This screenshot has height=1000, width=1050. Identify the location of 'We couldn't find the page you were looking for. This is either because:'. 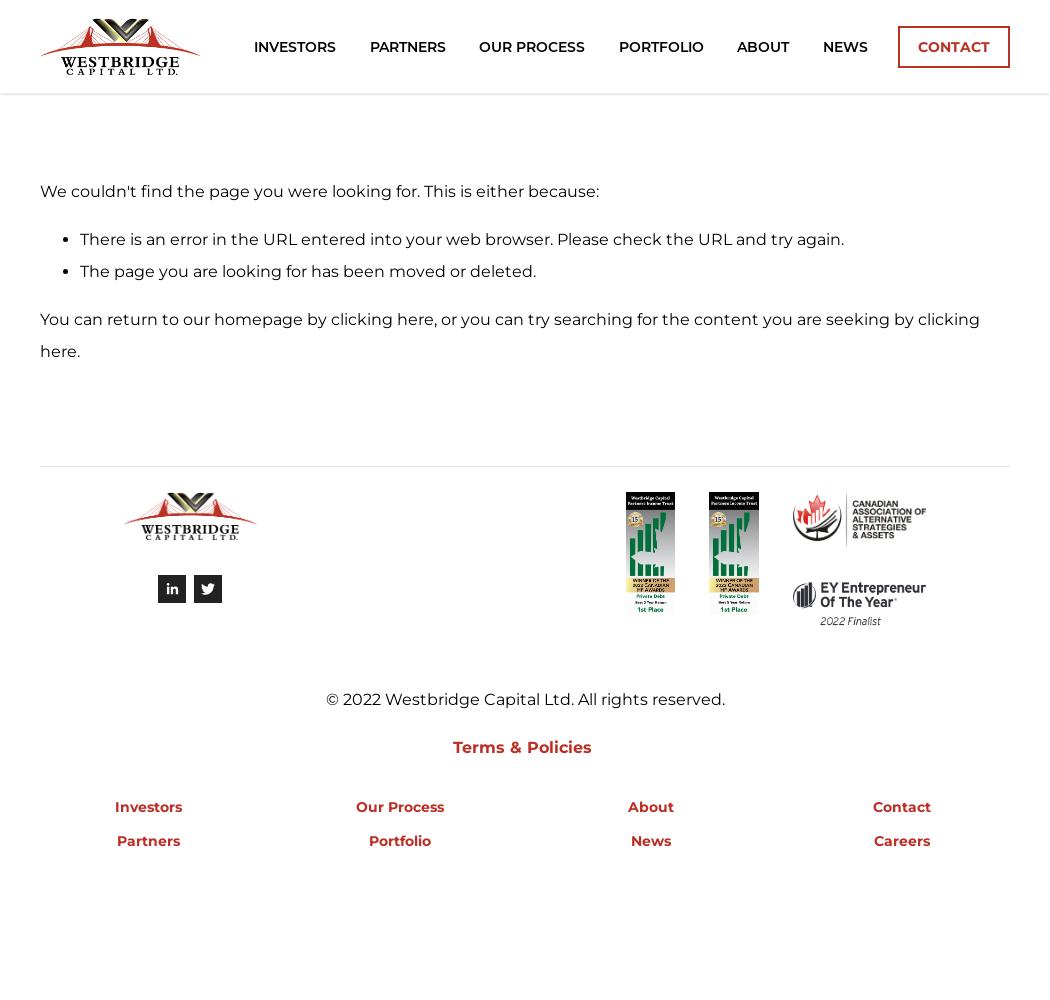
(39, 190).